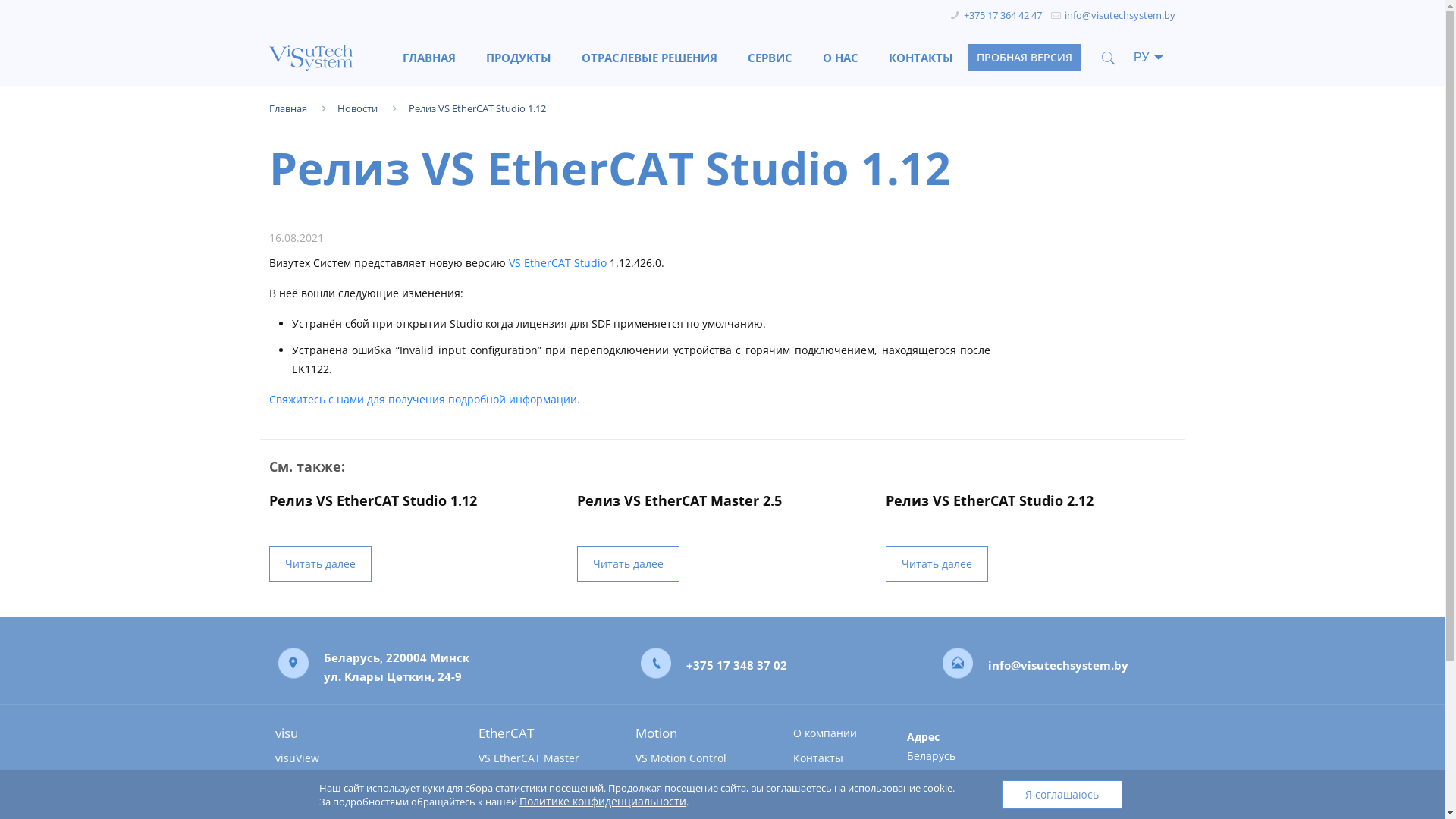 This screenshot has height=819, width=1456. I want to click on 'visuView', so click(359, 758).